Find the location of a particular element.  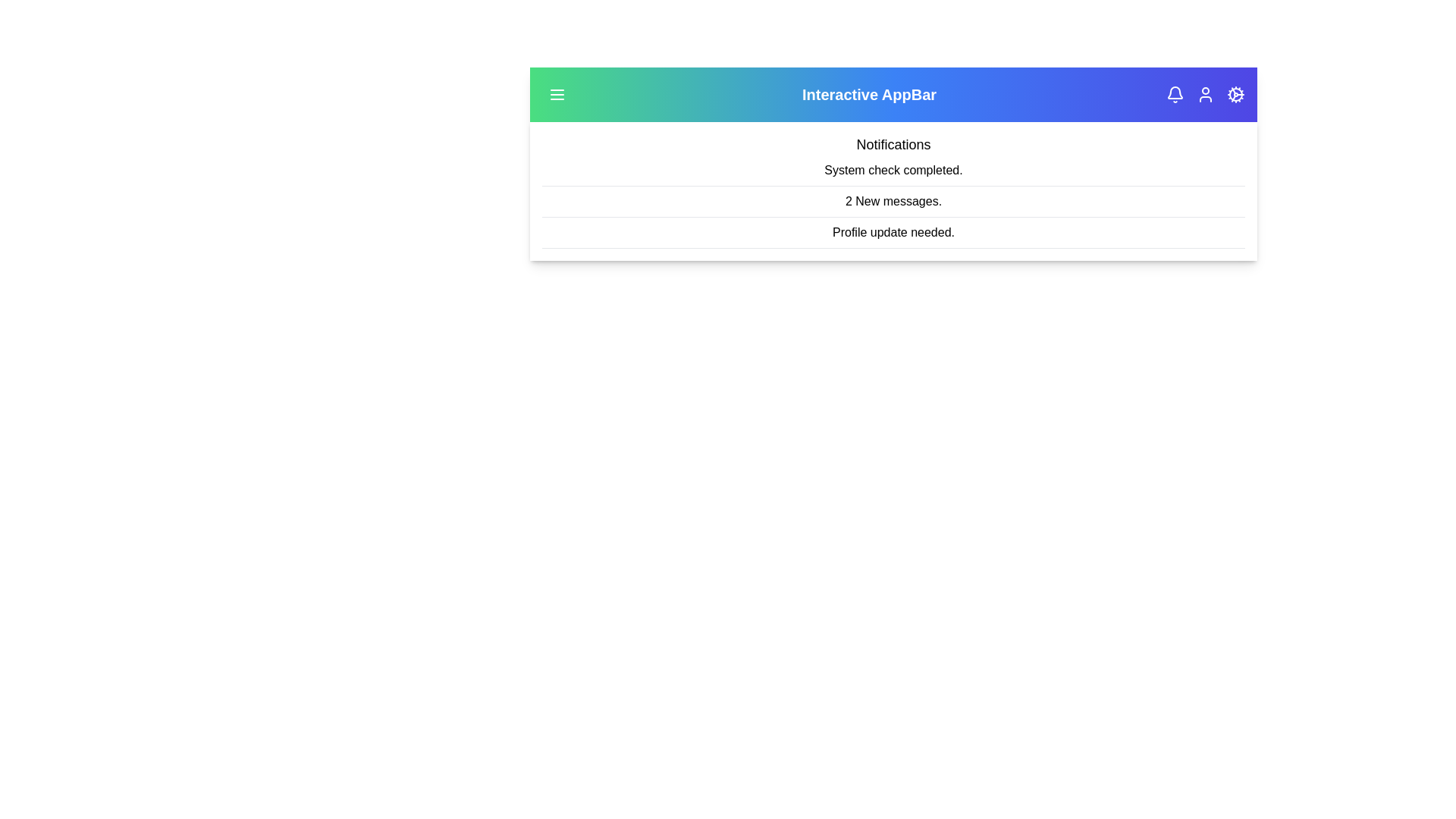

the menu button to toggle the menu panel is located at coordinates (556, 94).